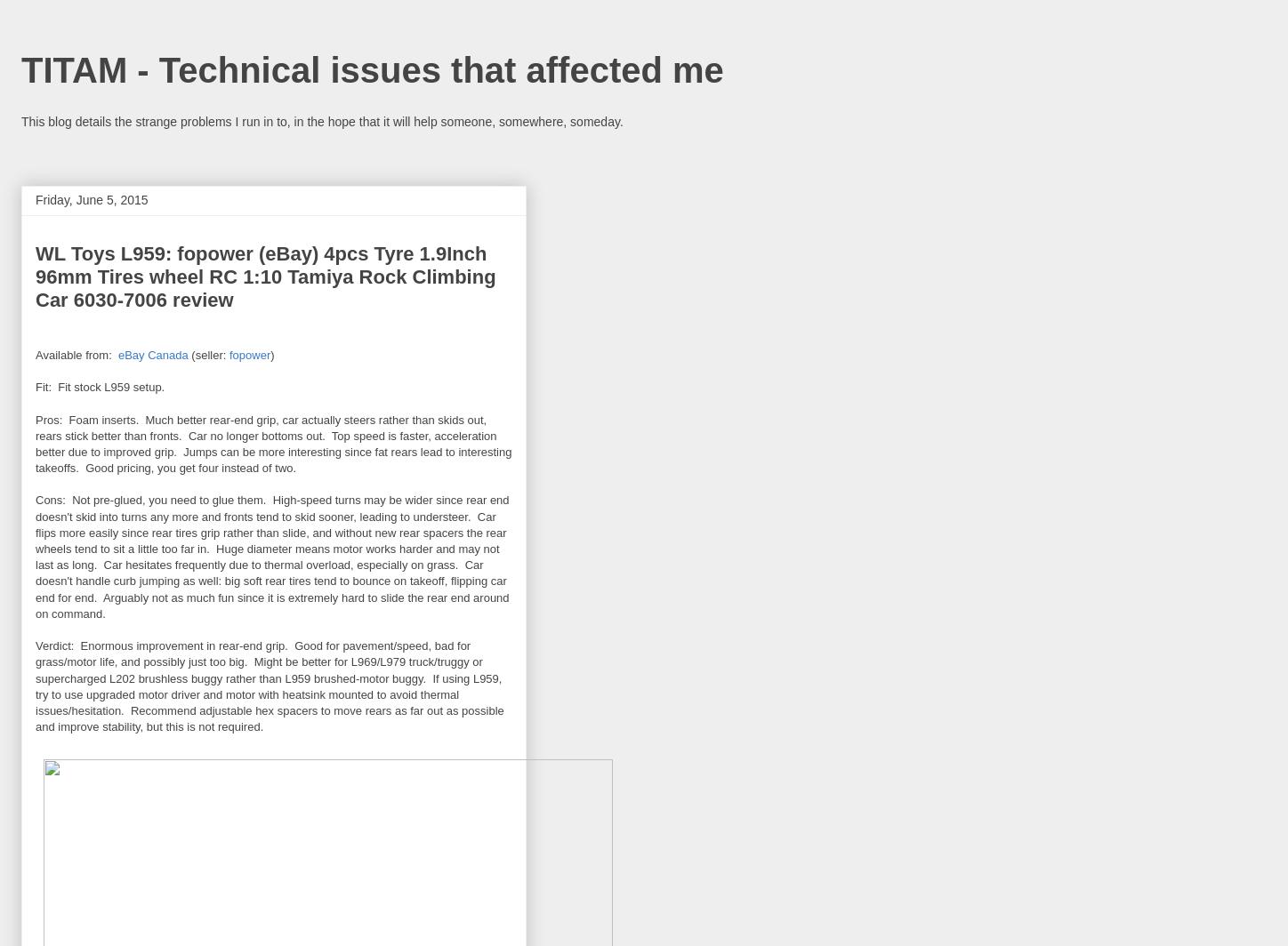 The height and width of the screenshot is (946, 1288). I want to click on '(seller:', so click(207, 354).